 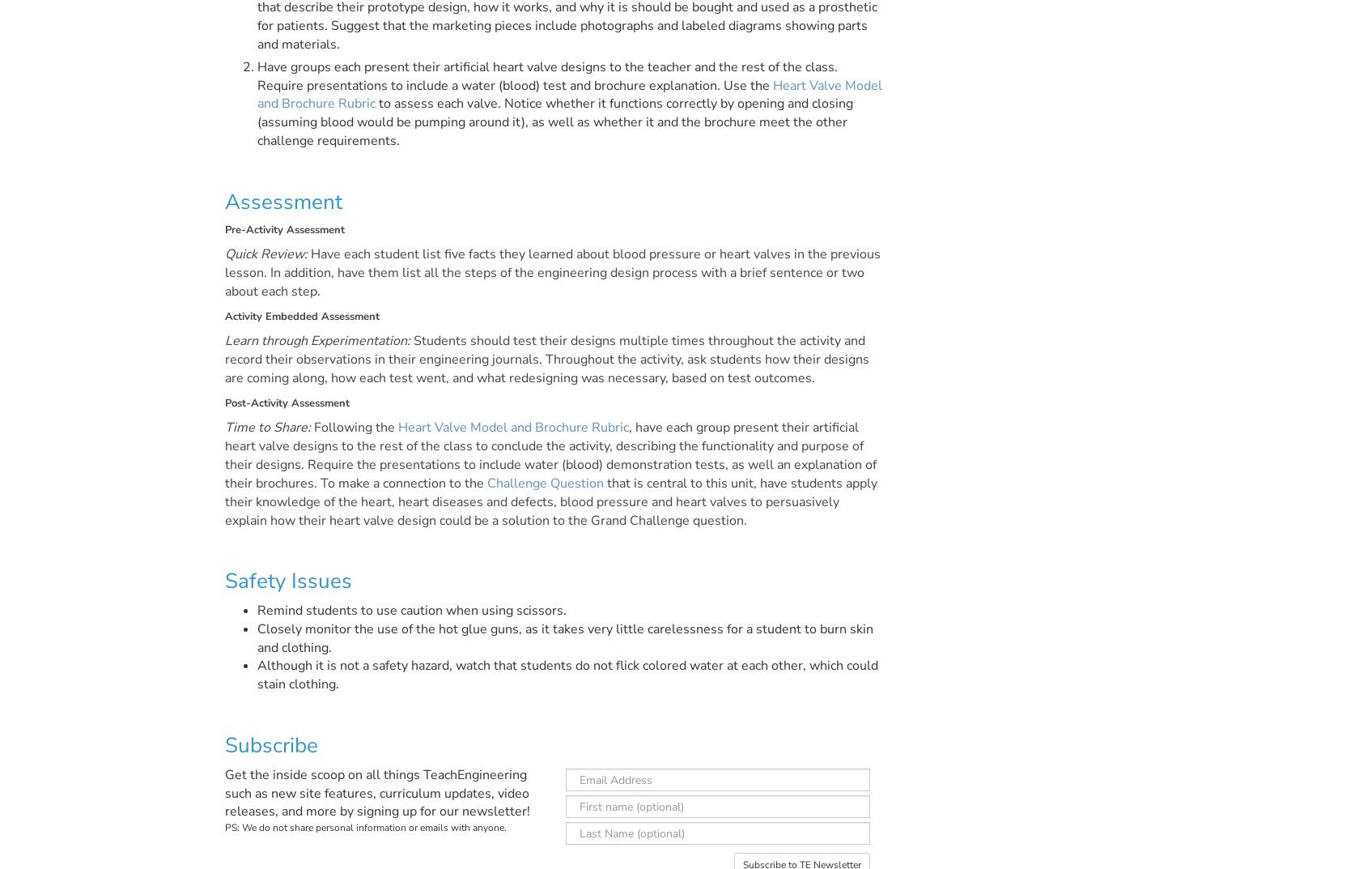 I want to click on 'Challenge Question', so click(x=545, y=483).